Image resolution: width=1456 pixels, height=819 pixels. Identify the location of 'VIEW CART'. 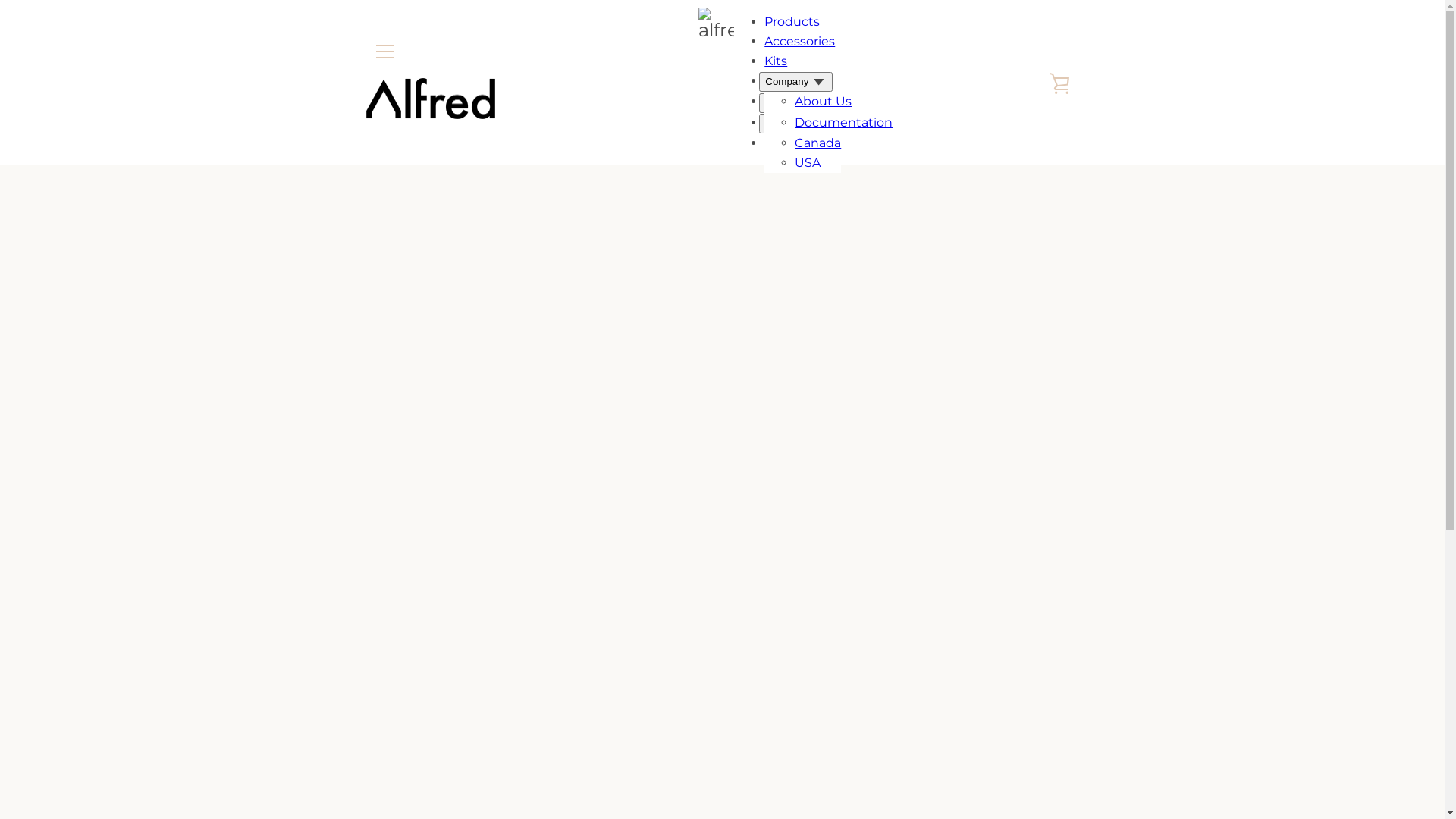
(1058, 82).